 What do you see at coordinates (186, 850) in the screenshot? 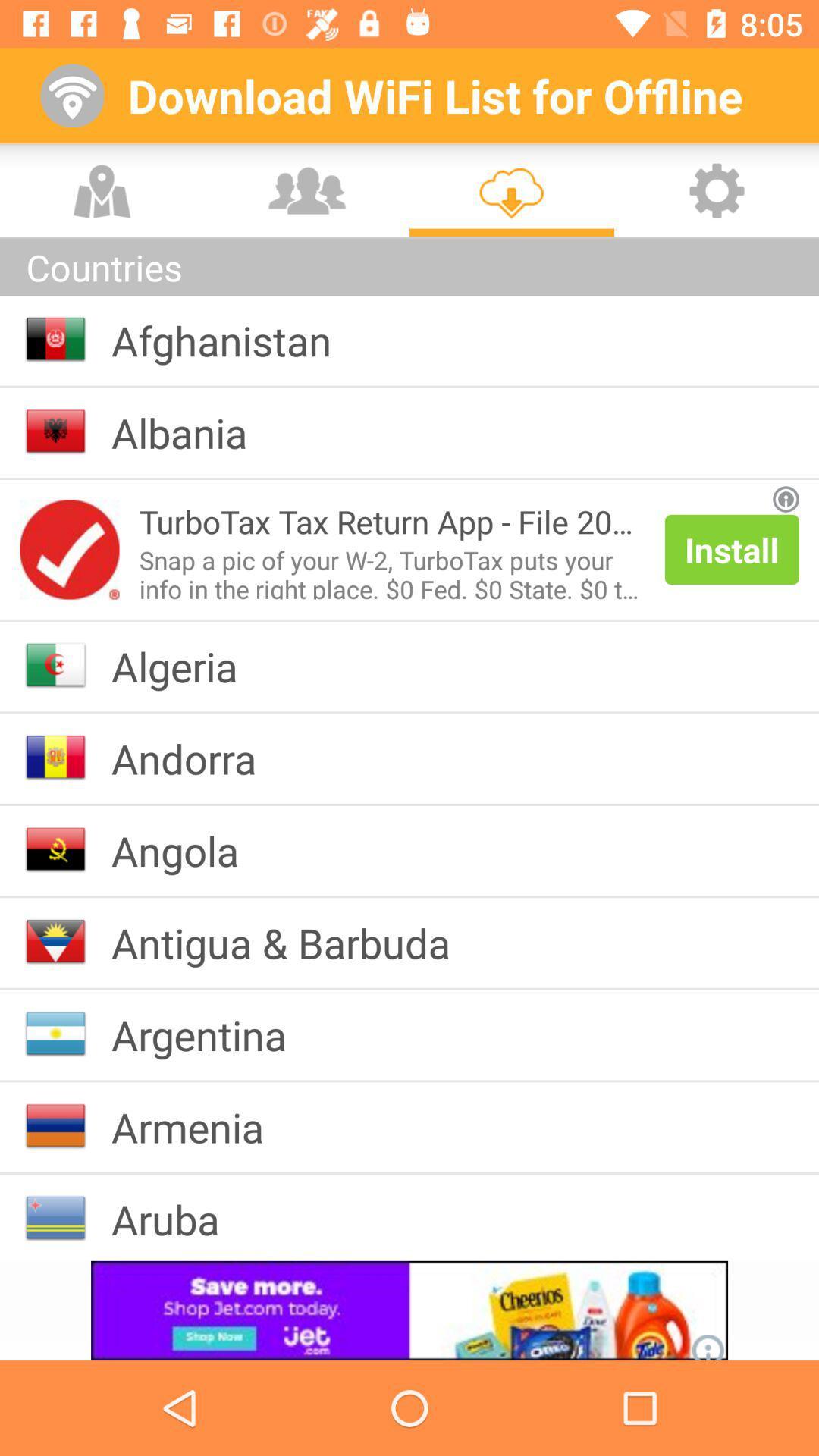
I see `angola item` at bounding box center [186, 850].